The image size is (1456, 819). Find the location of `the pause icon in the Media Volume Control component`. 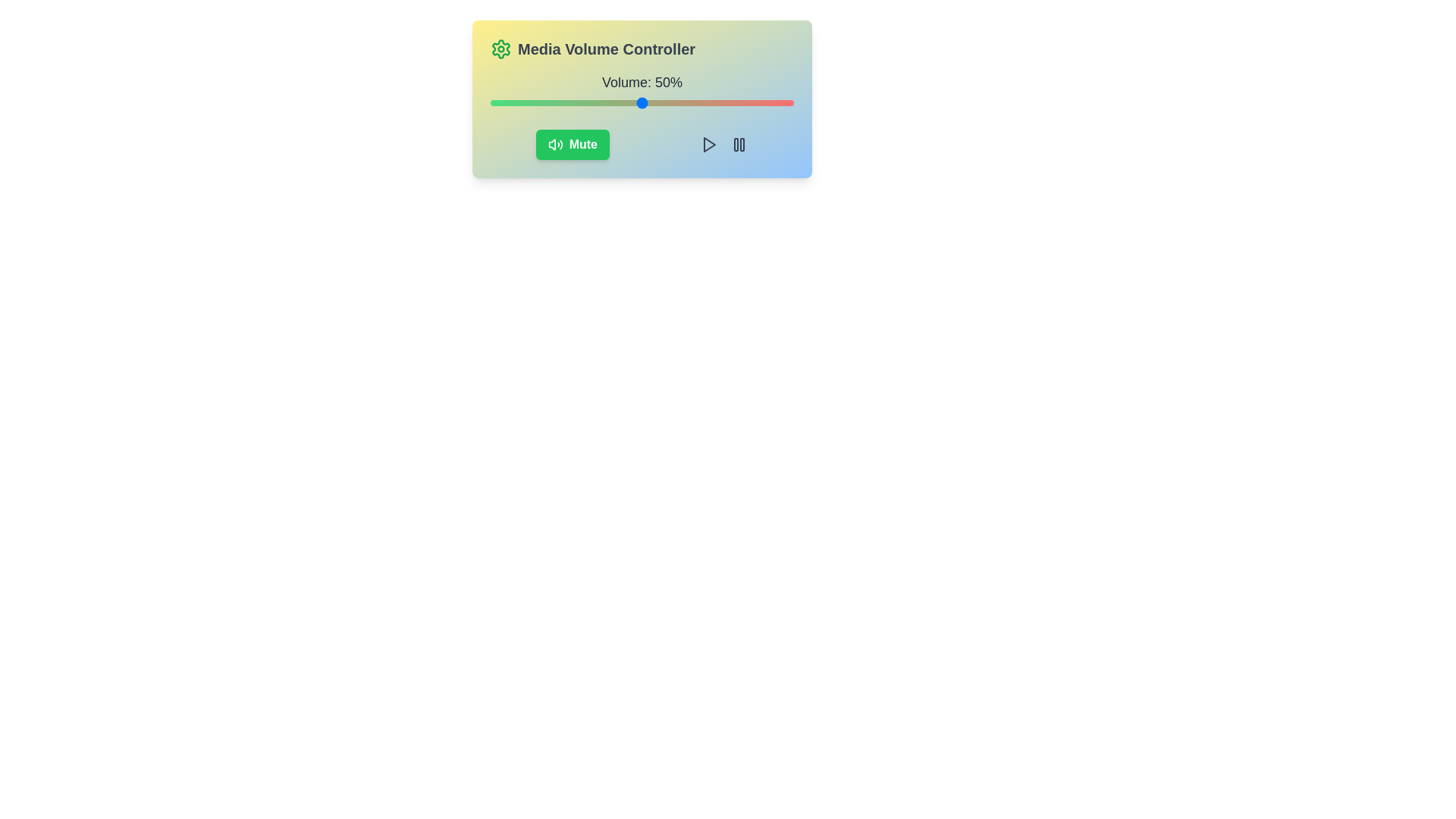

the pause icon in the Media Volume Control component is located at coordinates (739, 145).